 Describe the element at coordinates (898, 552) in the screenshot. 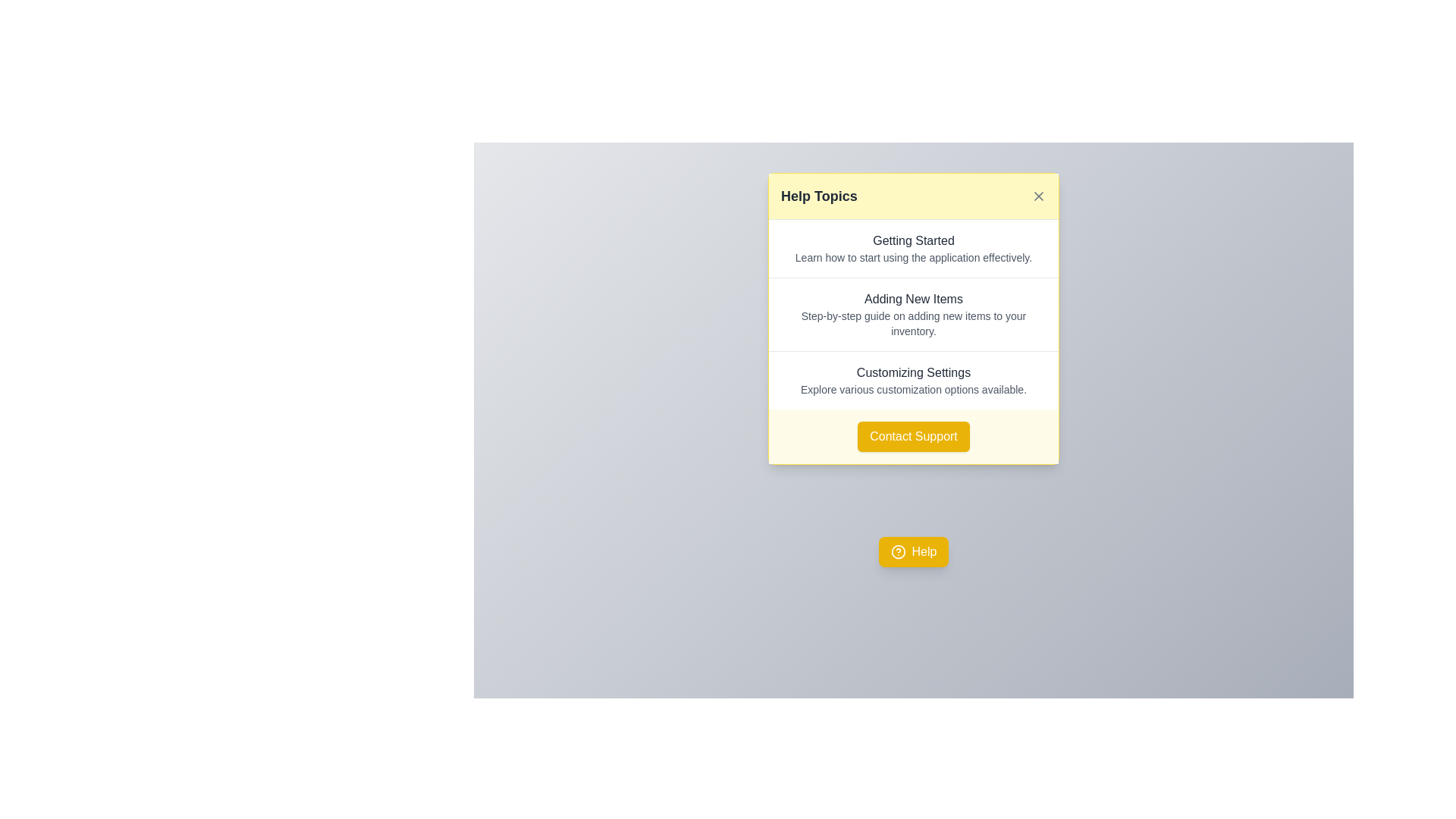

I see `the yellow circular button labeled 'Help' that contains the white circle, located at the bottom center of the interface` at that location.